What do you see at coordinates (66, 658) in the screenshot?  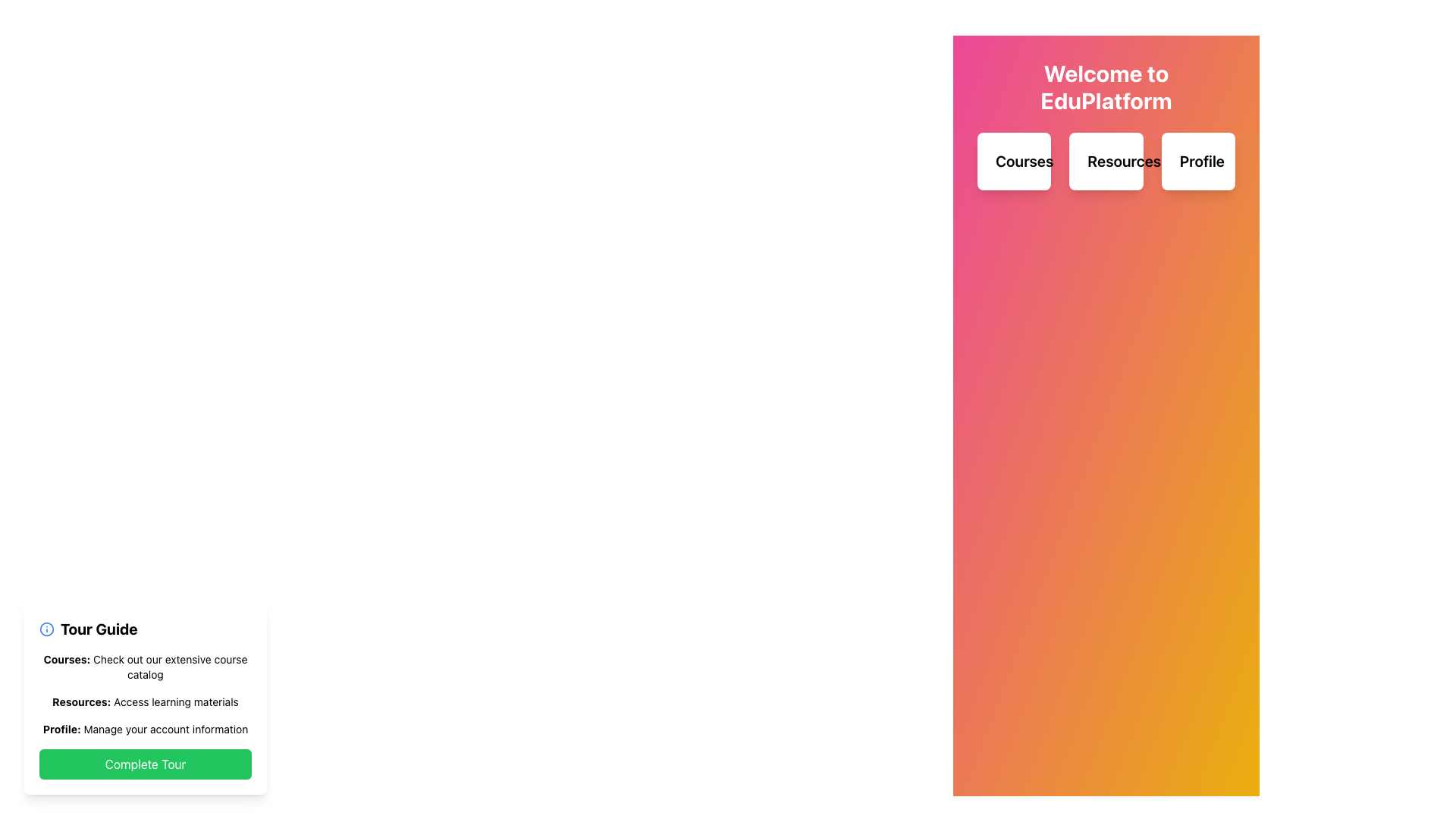 I see `text label at the top of the course description section titled 'Courses: Check out our extensive course catalog.'` at bounding box center [66, 658].